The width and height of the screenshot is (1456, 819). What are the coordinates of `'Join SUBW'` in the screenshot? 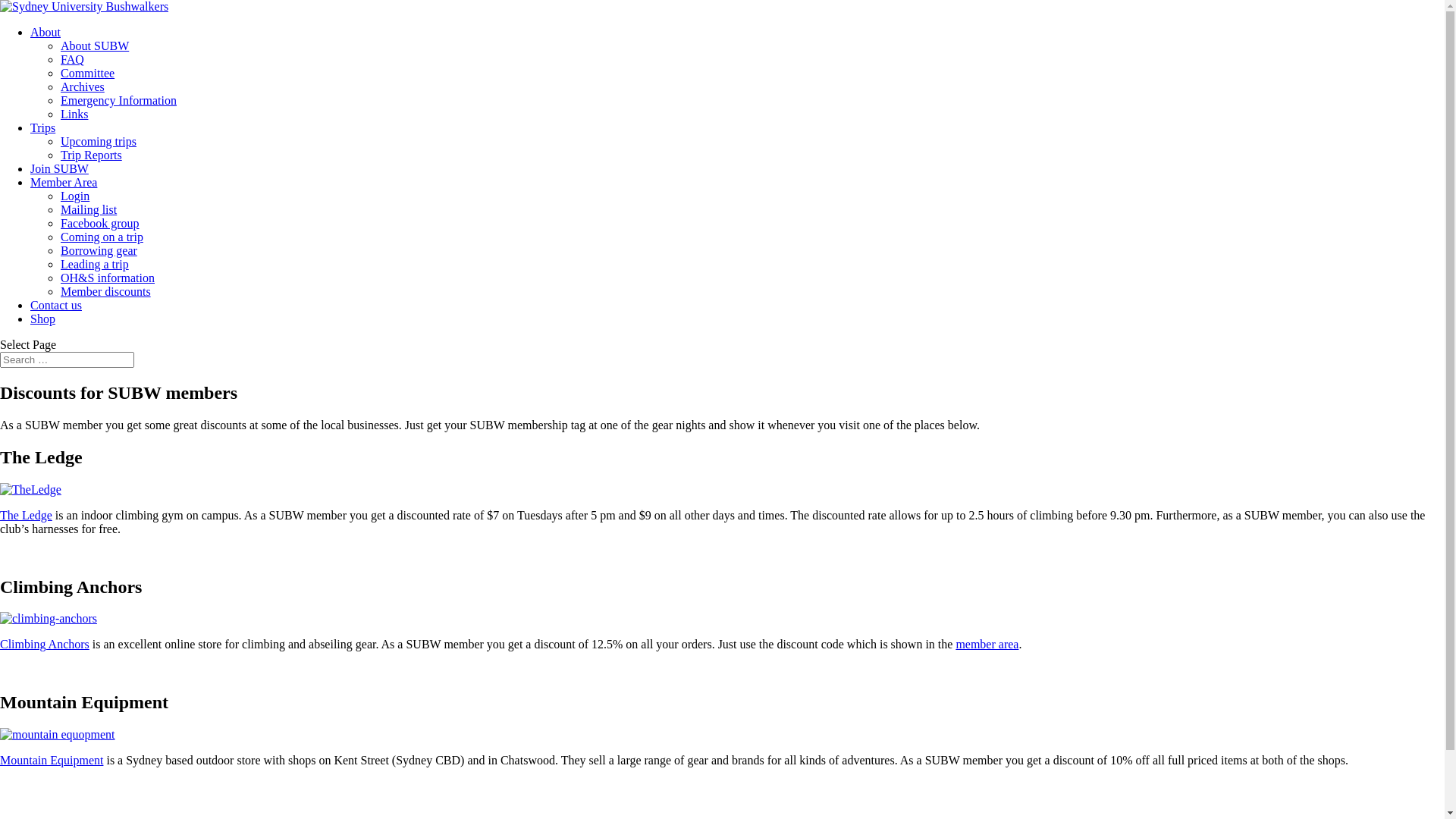 It's located at (59, 168).